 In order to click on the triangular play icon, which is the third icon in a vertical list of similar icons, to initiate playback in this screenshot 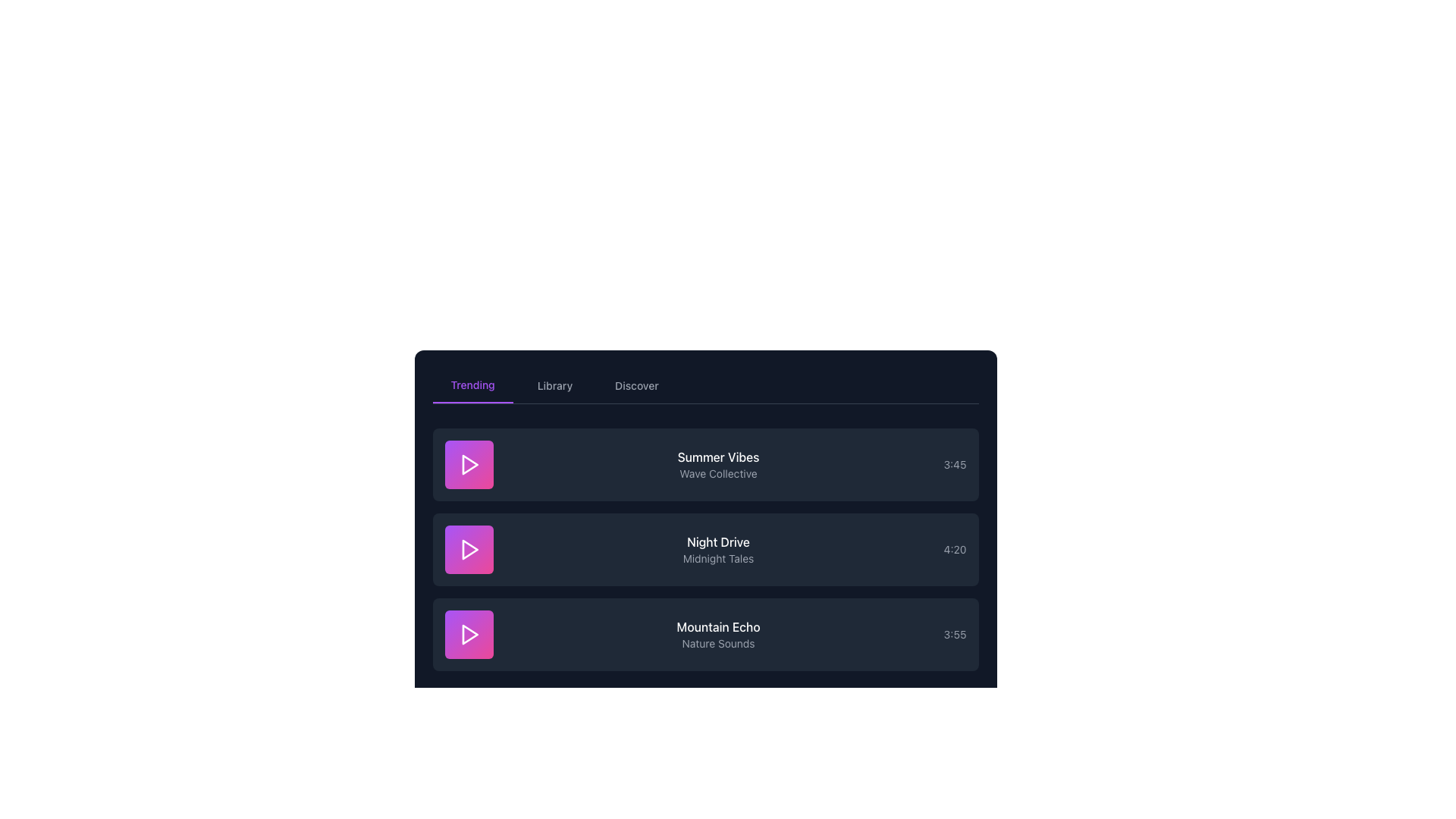, I will do `click(468, 635)`.